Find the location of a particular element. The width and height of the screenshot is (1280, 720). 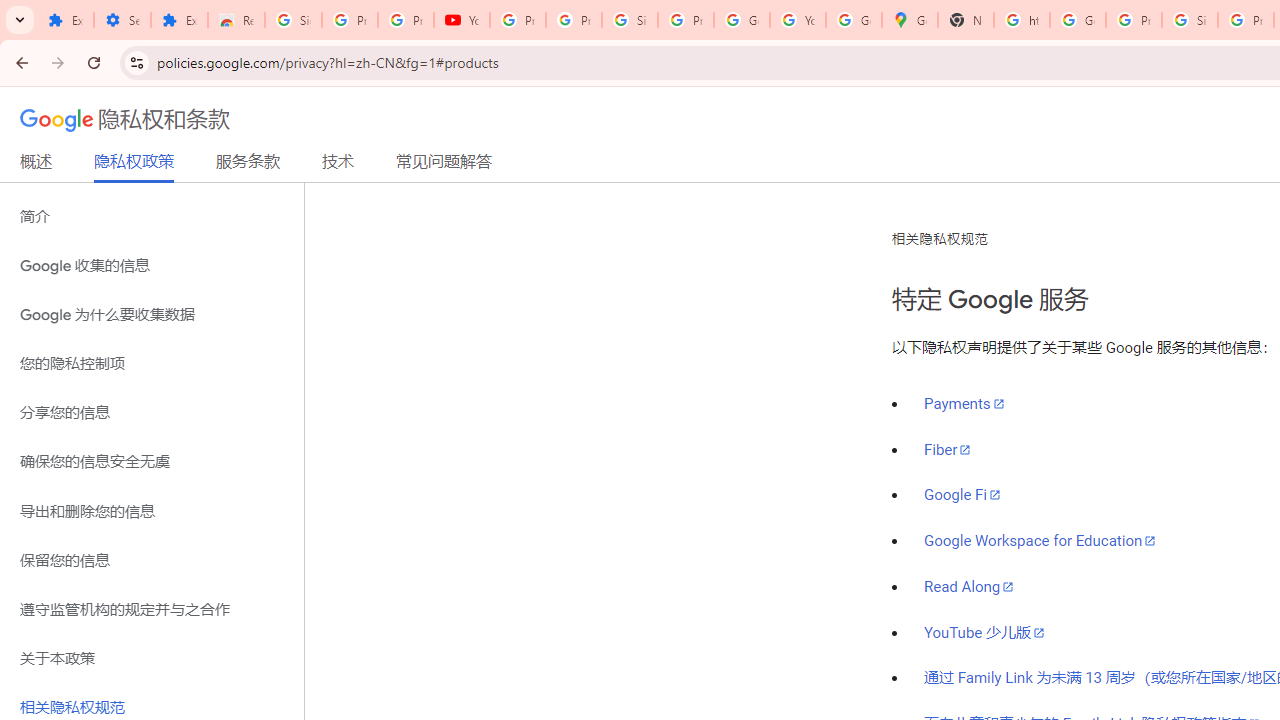

'https://scholar.google.com/' is located at coordinates (1022, 20).